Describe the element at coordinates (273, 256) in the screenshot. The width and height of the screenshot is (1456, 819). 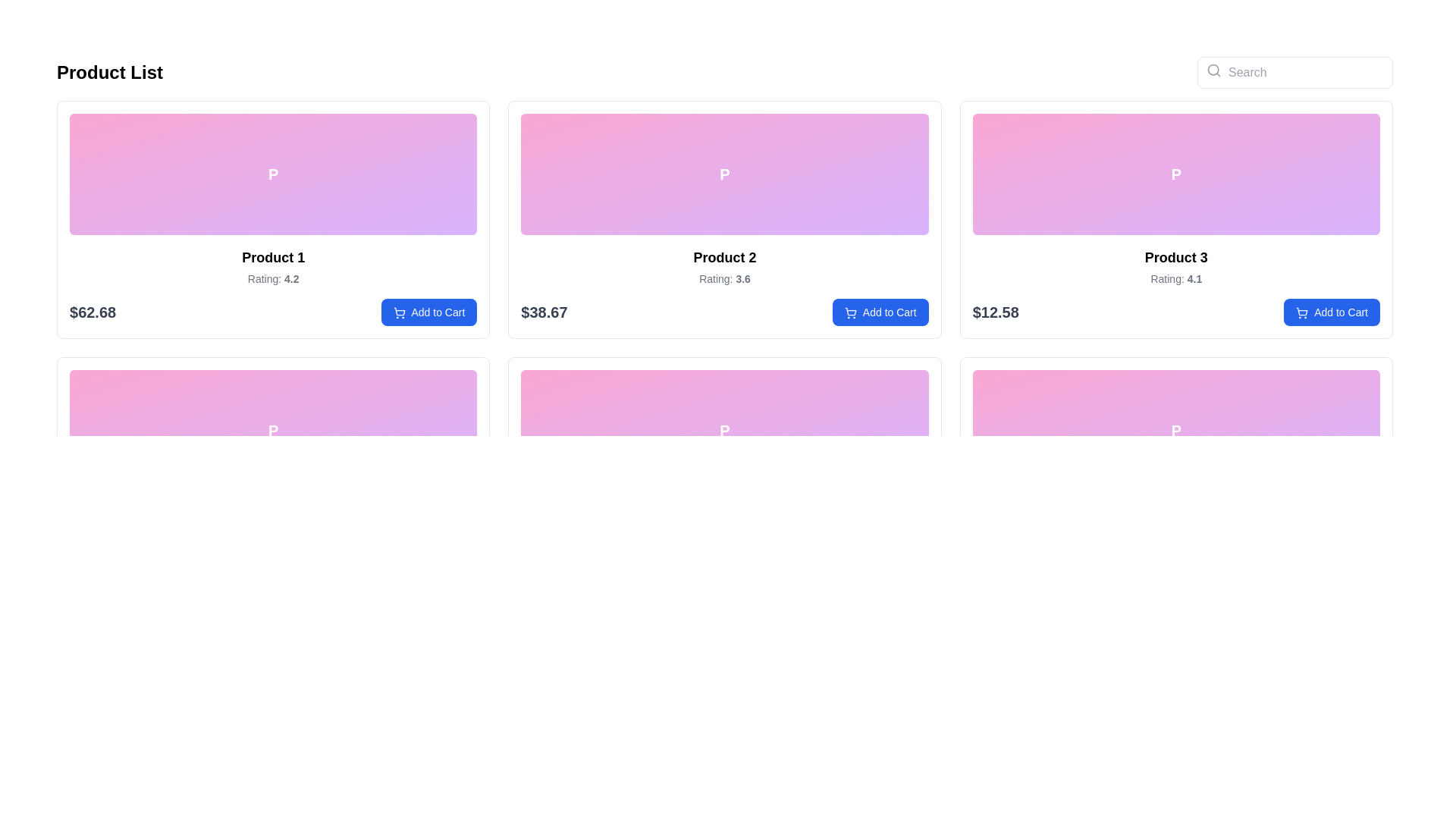
I see `product title text label located in the first column of the first row of the product grid, positioned below the image and above the rating information` at that location.